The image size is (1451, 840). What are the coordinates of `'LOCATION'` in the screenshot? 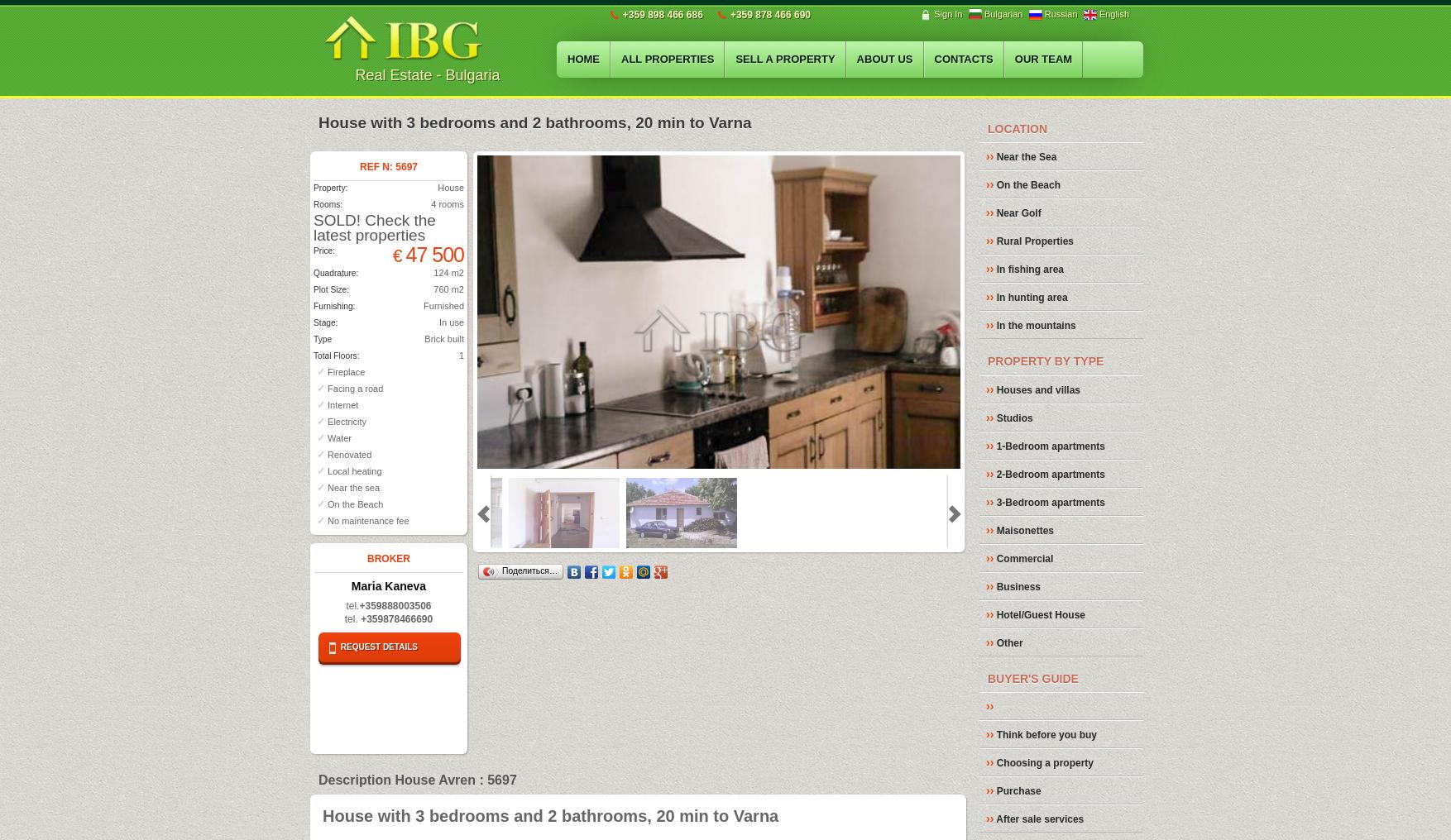 It's located at (1018, 127).